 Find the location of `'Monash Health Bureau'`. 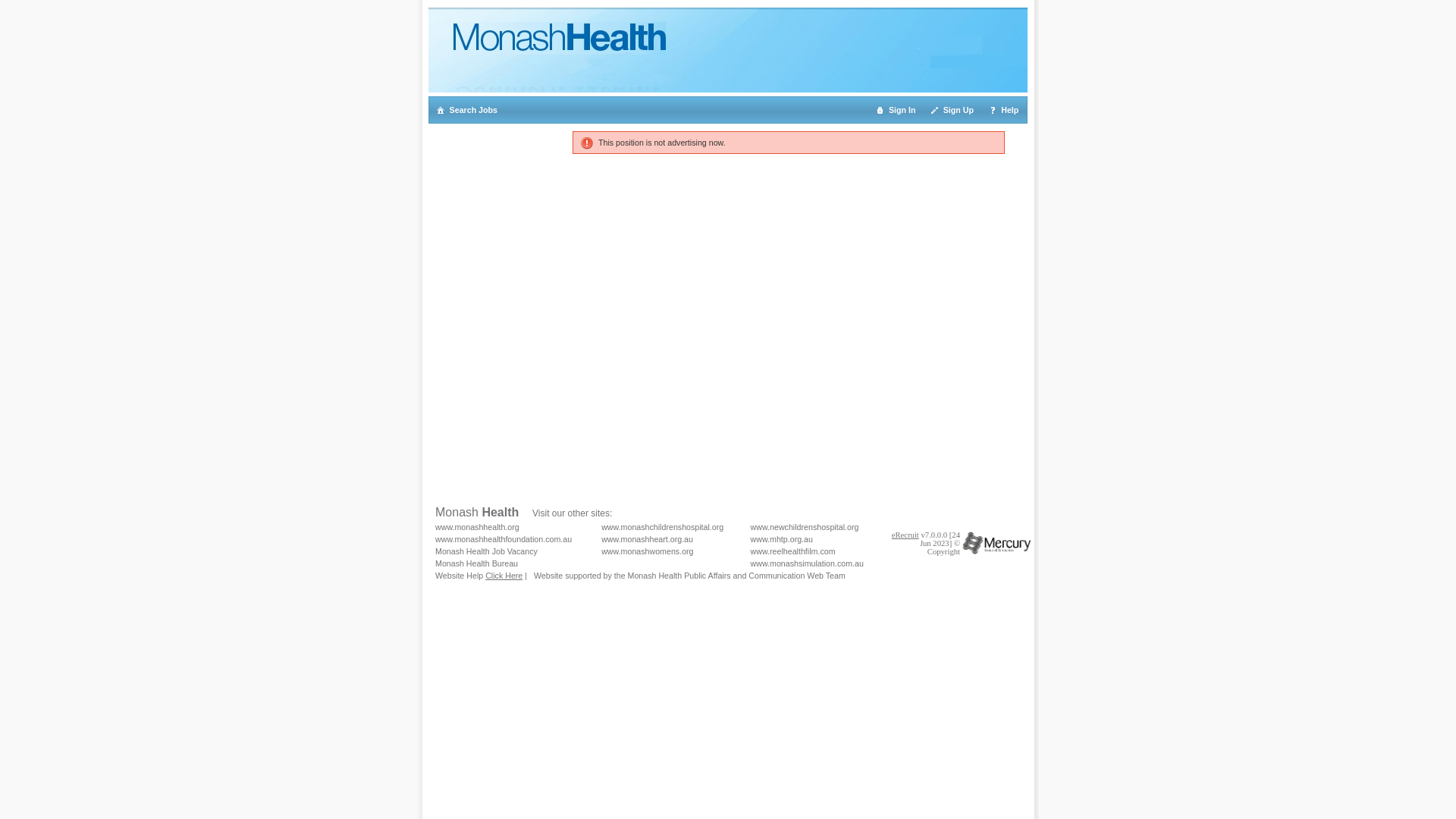

'Monash Health Bureau' is located at coordinates (475, 563).